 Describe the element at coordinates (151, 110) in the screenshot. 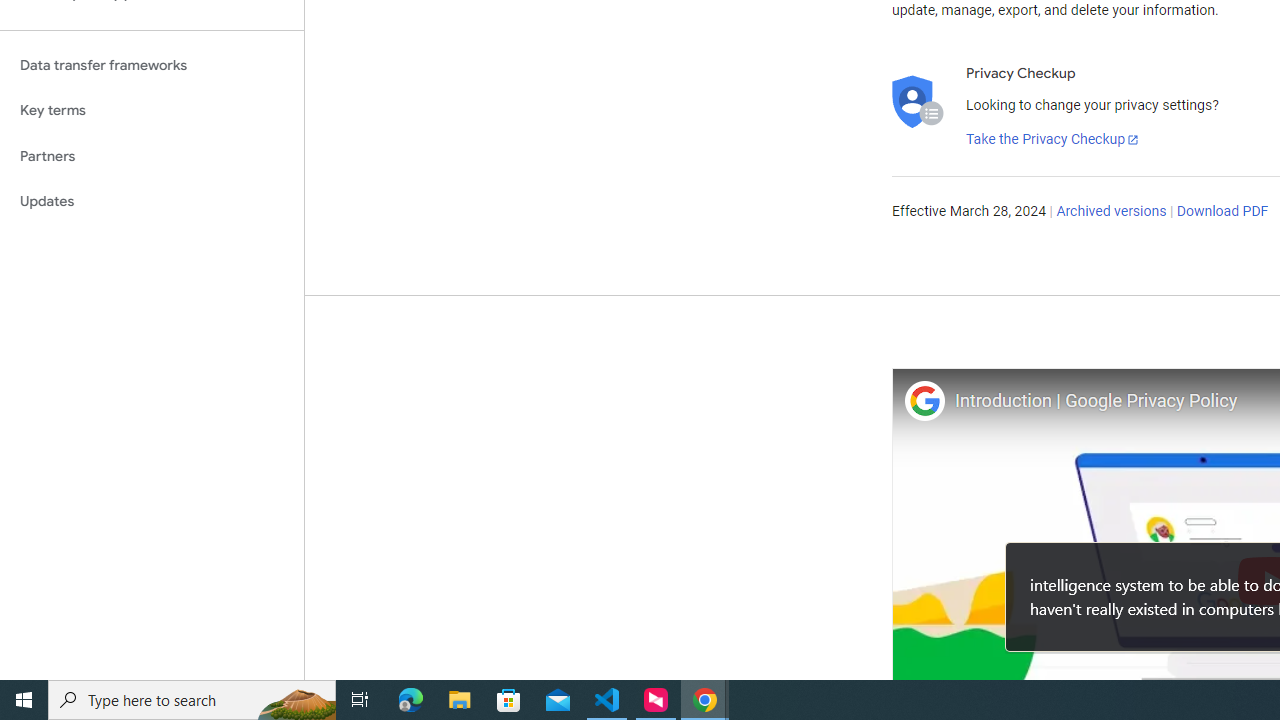

I see `'Key terms'` at that location.